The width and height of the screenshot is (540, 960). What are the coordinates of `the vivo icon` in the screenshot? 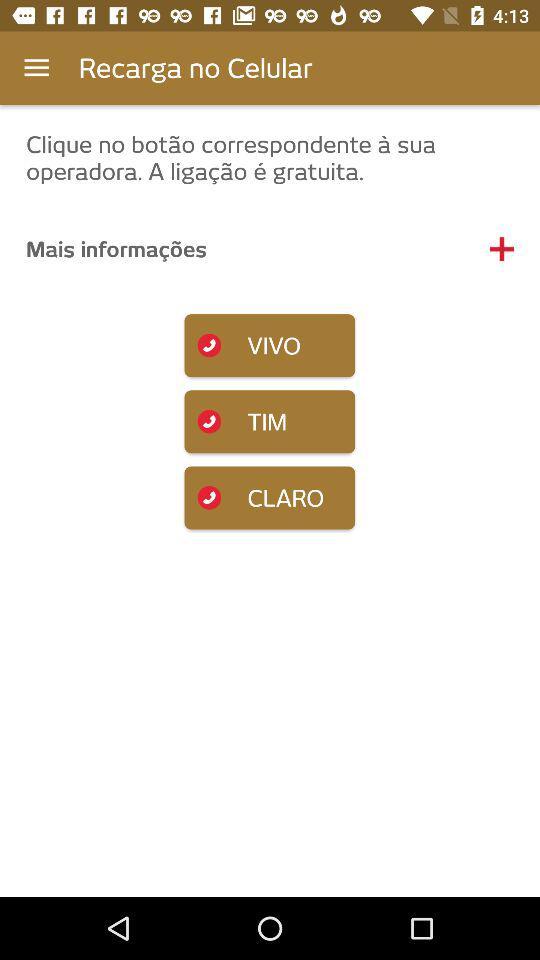 It's located at (269, 345).